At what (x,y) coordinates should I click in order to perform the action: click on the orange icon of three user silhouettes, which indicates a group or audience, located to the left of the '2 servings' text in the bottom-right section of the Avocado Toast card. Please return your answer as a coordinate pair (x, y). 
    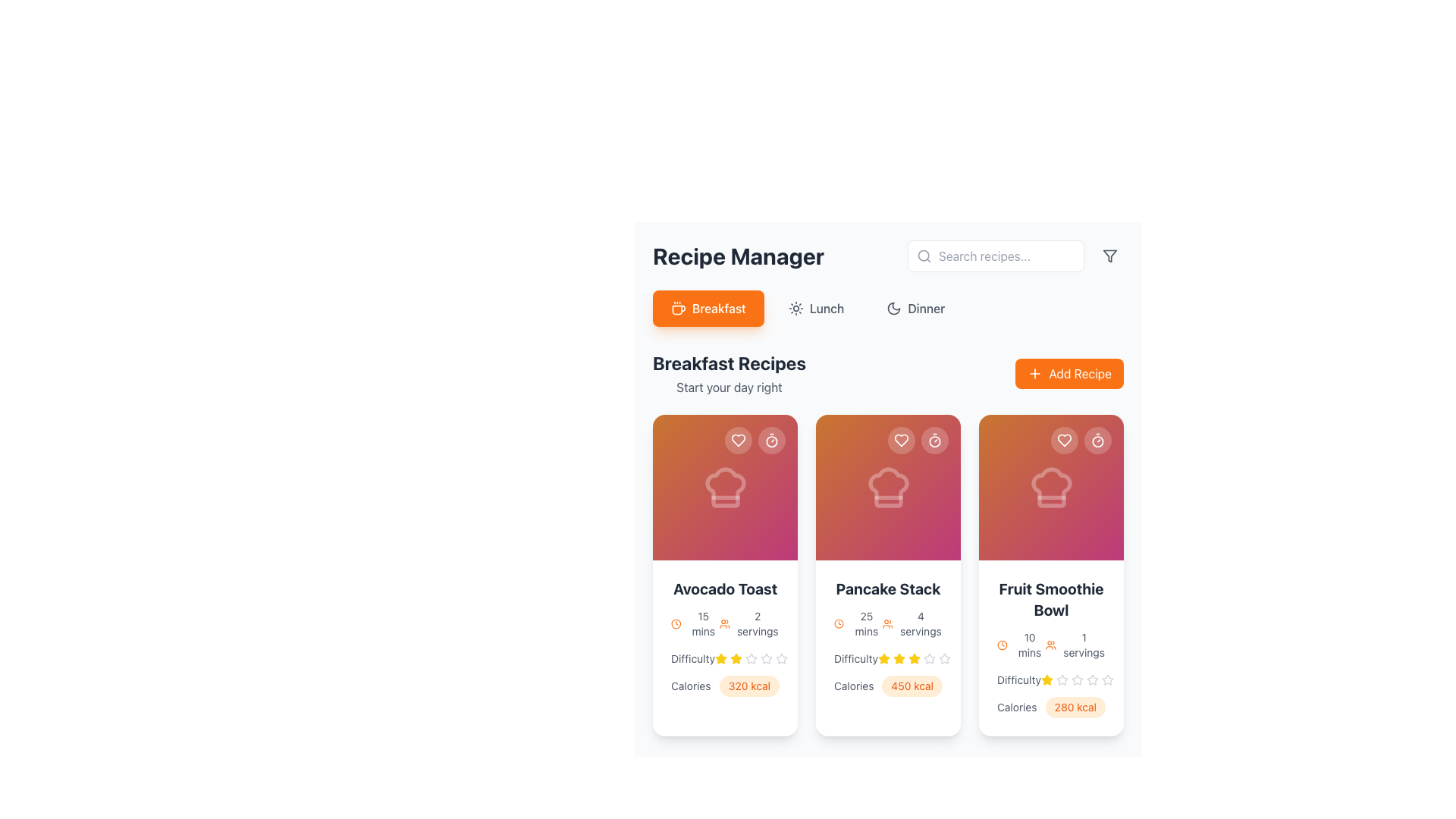
    Looking at the image, I should click on (723, 623).